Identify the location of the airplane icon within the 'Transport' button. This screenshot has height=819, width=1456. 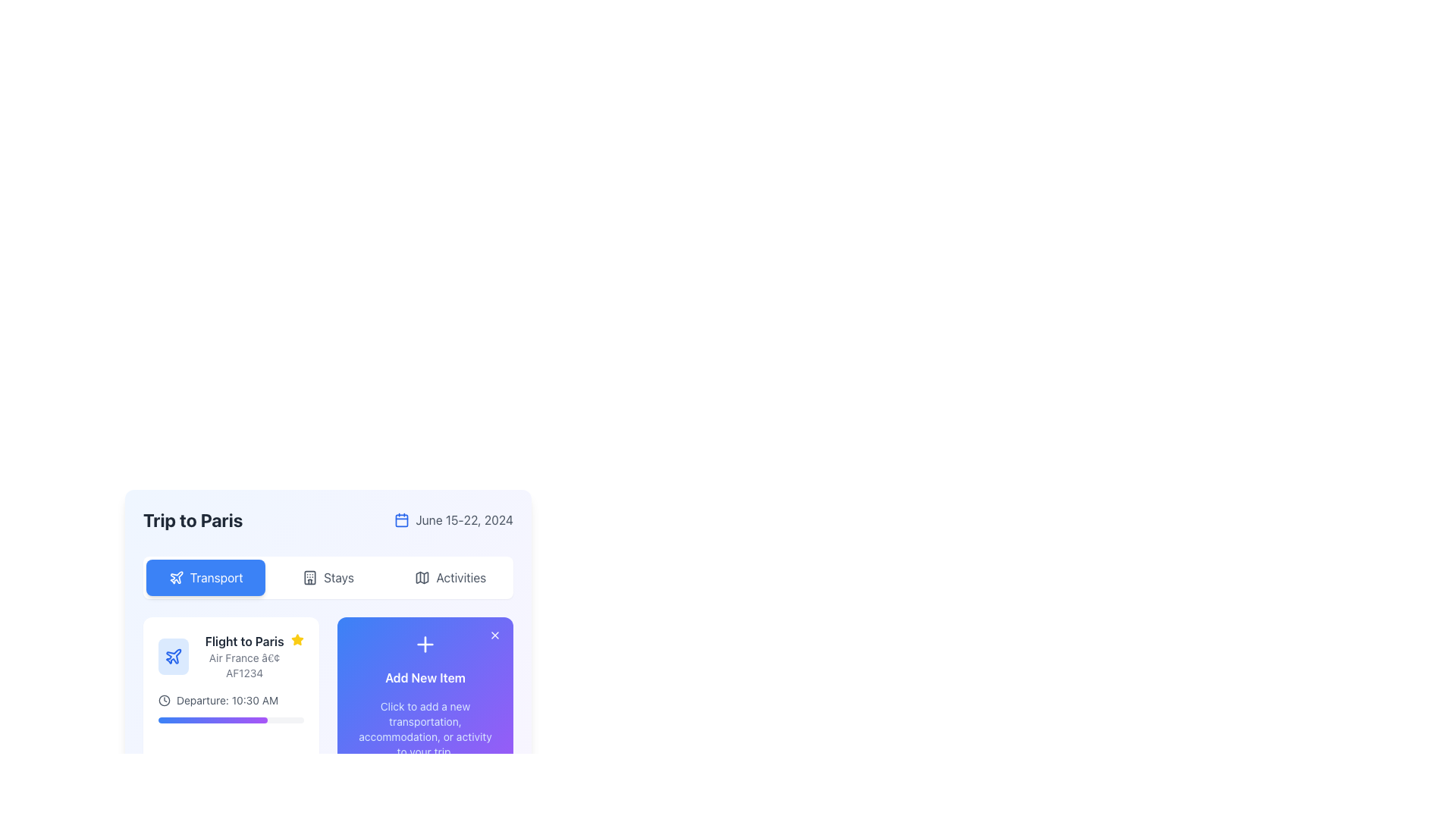
(176, 578).